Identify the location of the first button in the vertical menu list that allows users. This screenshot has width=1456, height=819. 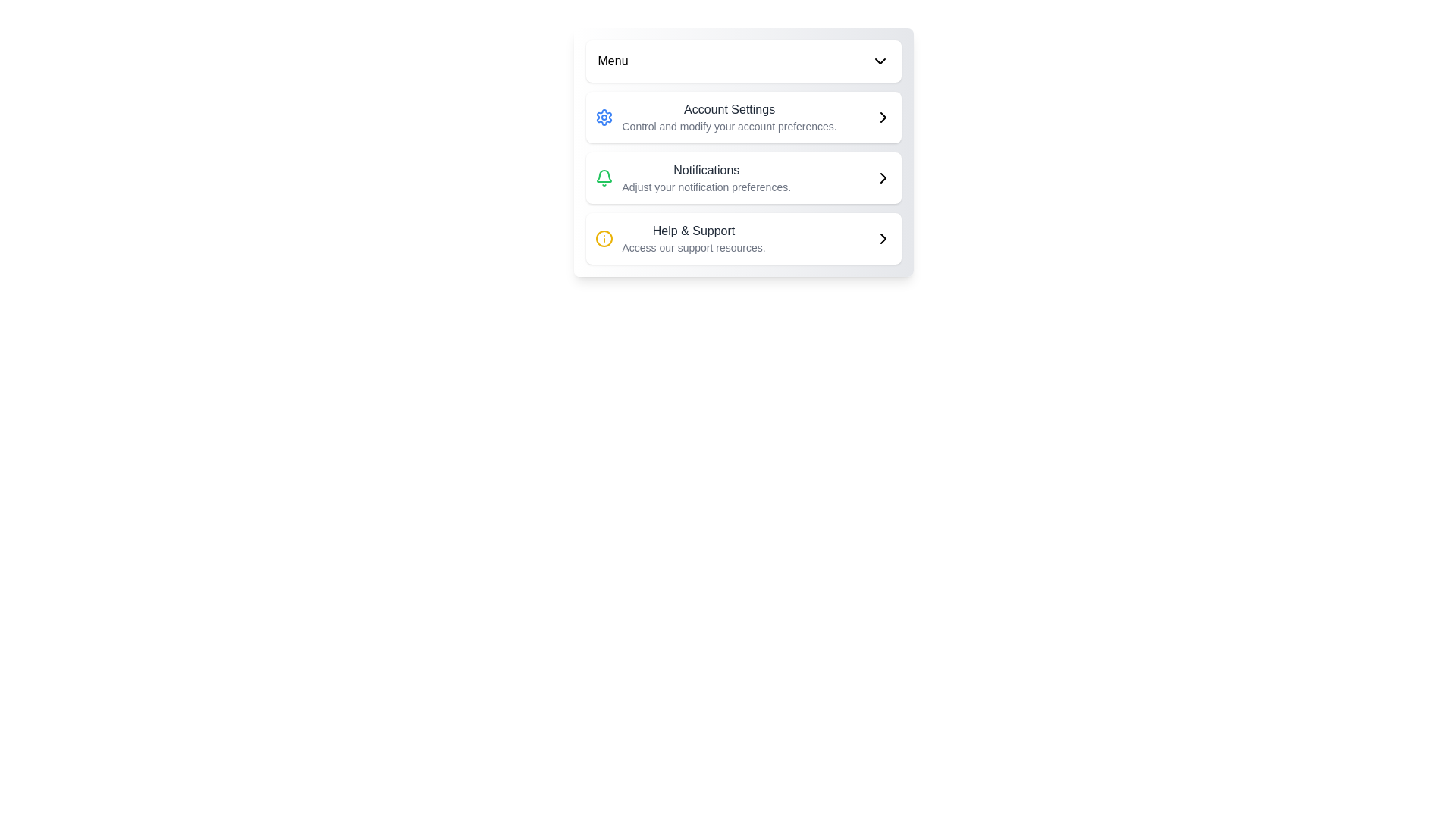
(715, 116).